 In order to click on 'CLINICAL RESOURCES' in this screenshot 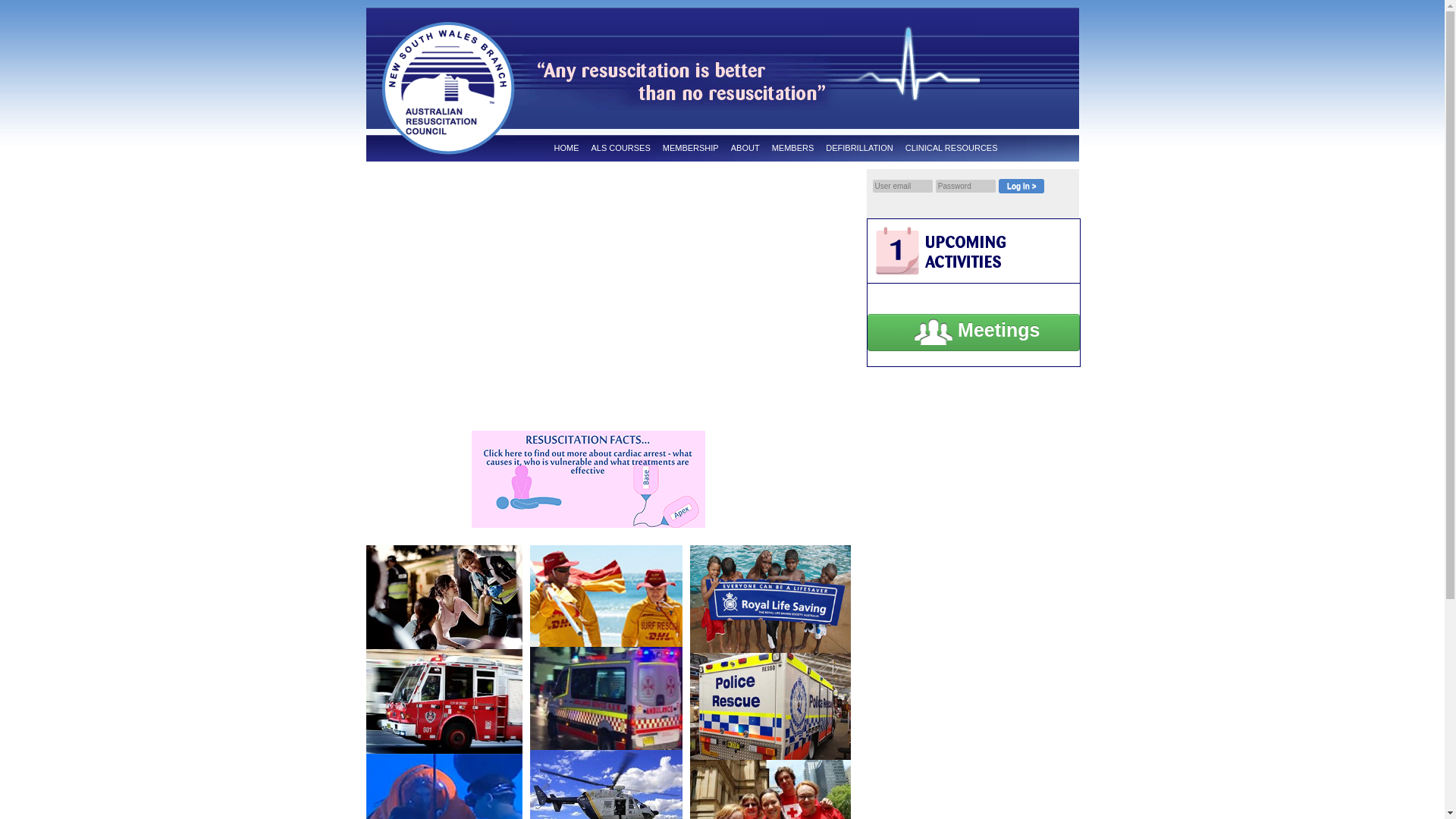, I will do `click(899, 148)`.